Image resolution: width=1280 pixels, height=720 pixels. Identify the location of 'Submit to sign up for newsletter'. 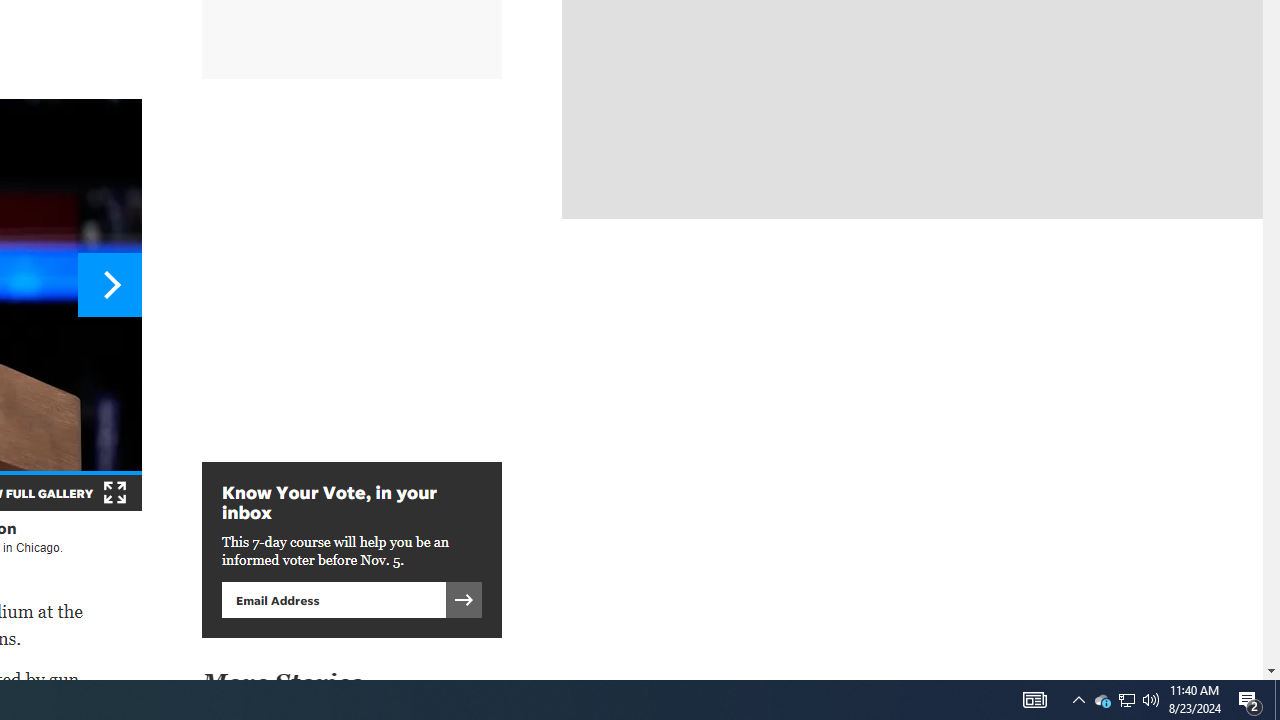
(463, 598).